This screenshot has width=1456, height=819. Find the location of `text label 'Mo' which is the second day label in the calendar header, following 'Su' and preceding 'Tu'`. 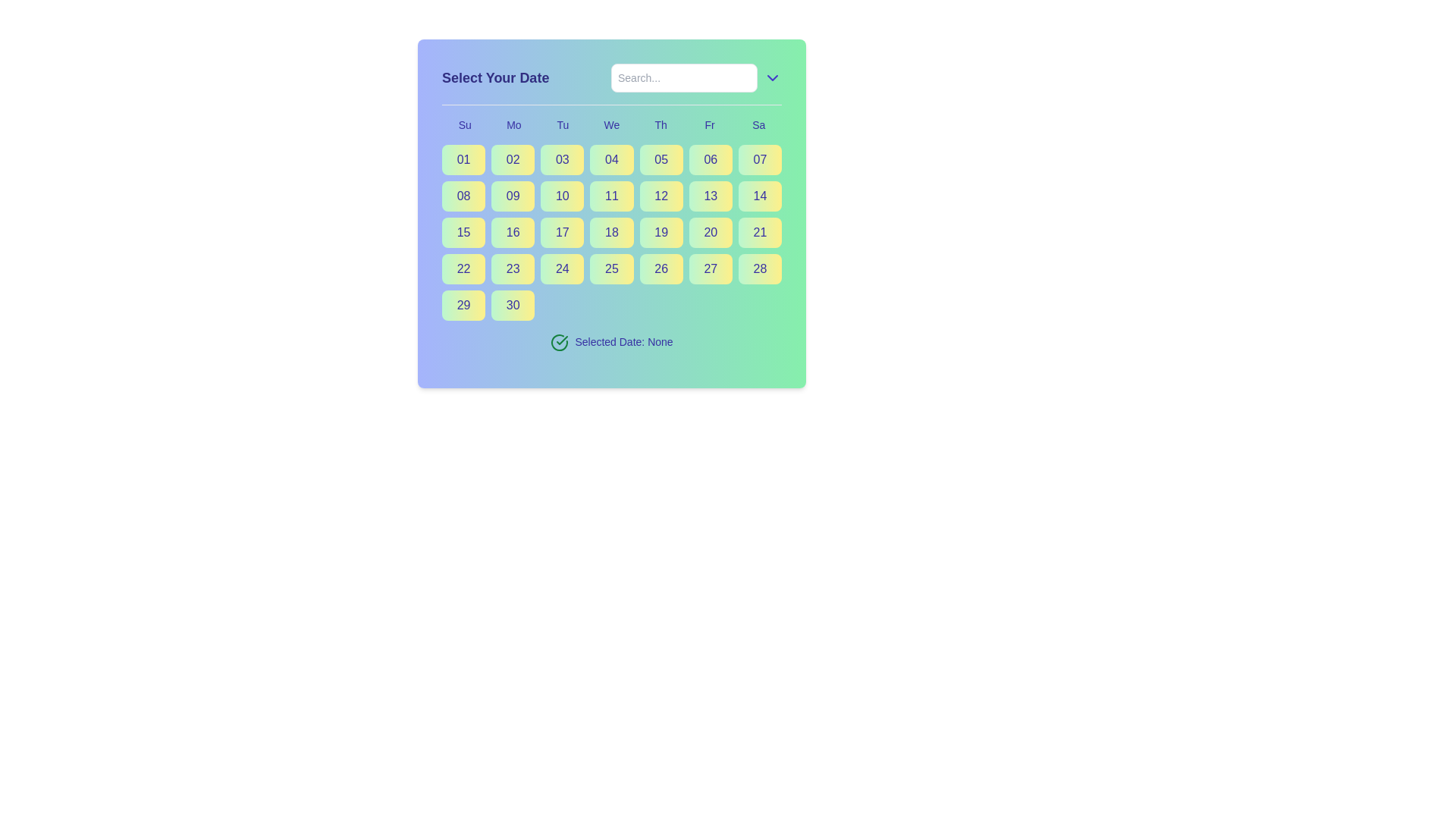

text label 'Mo' which is the second day label in the calendar header, following 'Su' and preceding 'Tu' is located at coordinates (513, 124).